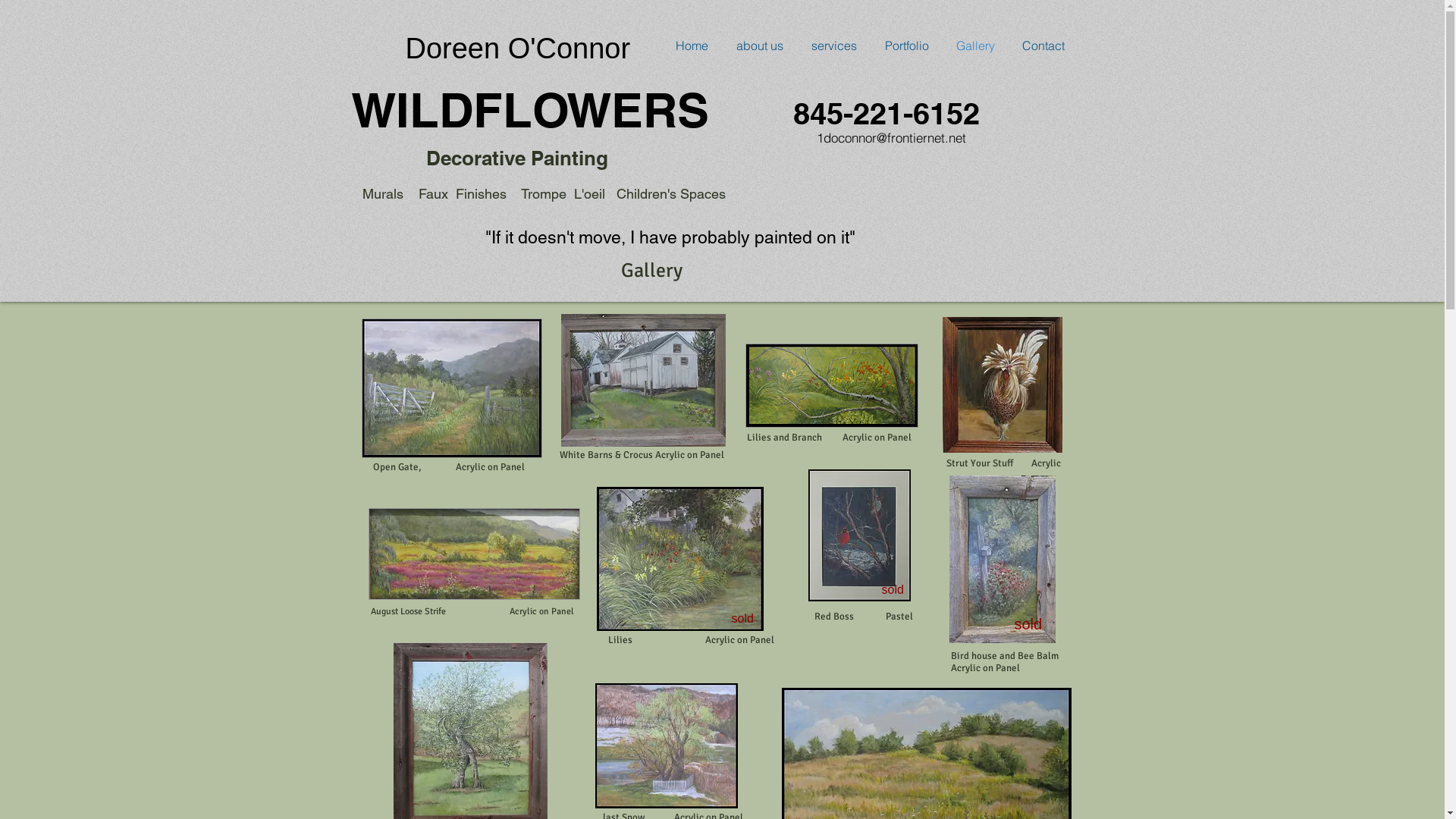 This screenshot has width=1456, height=819. What do you see at coordinates (450, 388) in the screenshot?
I see `'IMG_1422_edited.jpg'` at bounding box center [450, 388].